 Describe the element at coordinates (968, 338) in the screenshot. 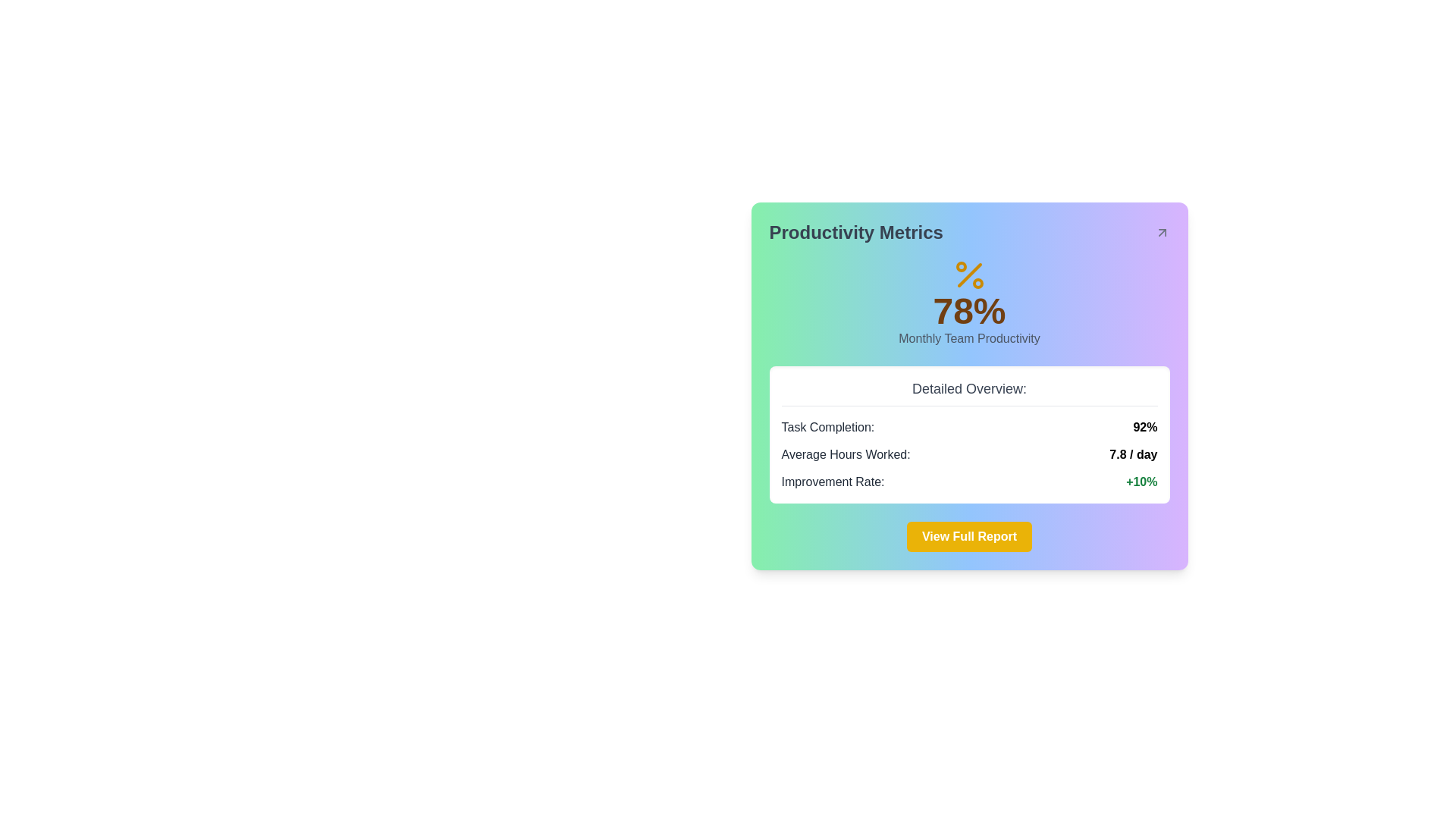

I see `the text label that is positioned directly below the percentage '78%' in the interface` at that location.